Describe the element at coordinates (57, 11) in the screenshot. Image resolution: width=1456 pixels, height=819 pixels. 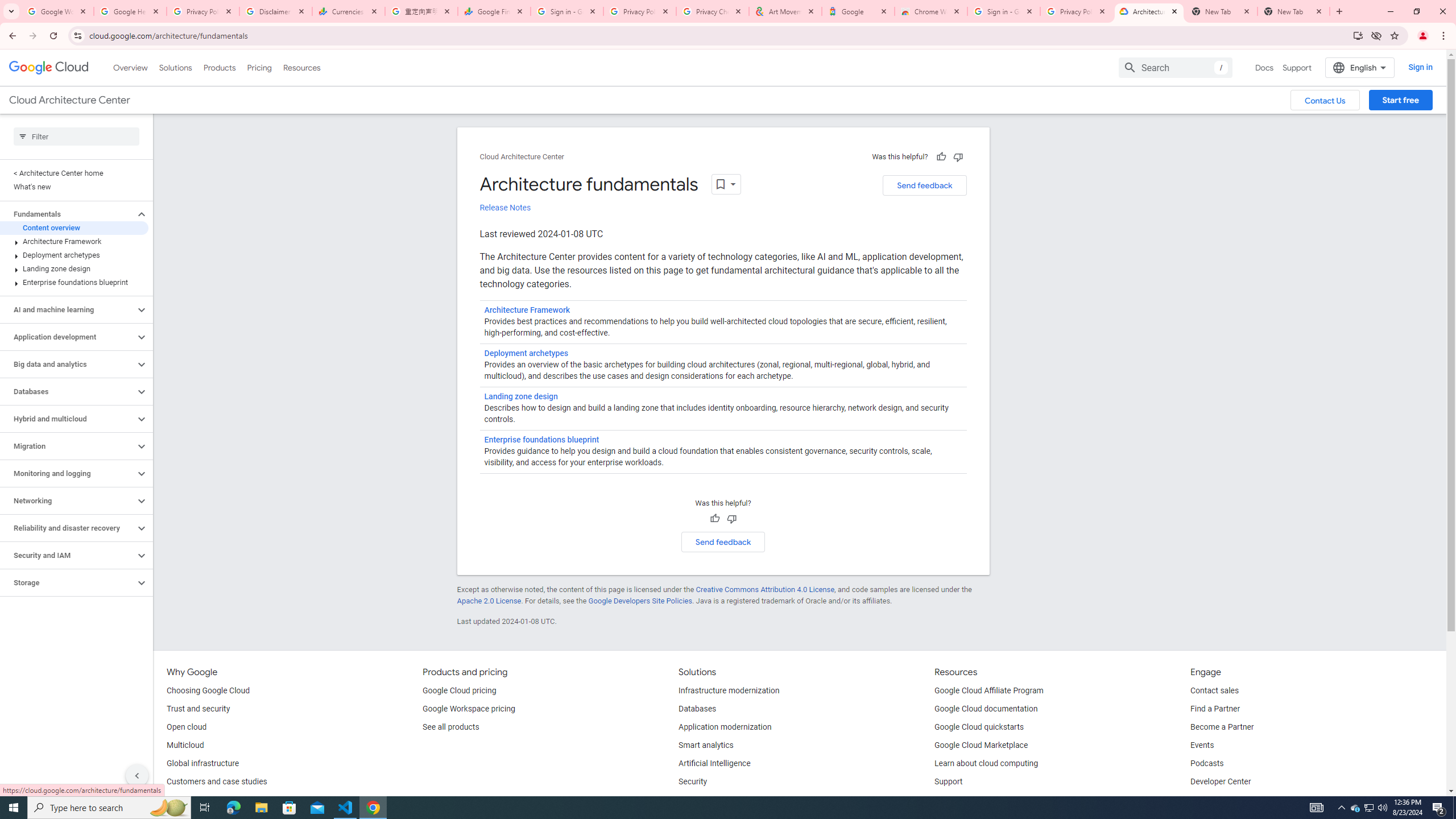
I see `'Google Workspace Admin Community'` at that location.